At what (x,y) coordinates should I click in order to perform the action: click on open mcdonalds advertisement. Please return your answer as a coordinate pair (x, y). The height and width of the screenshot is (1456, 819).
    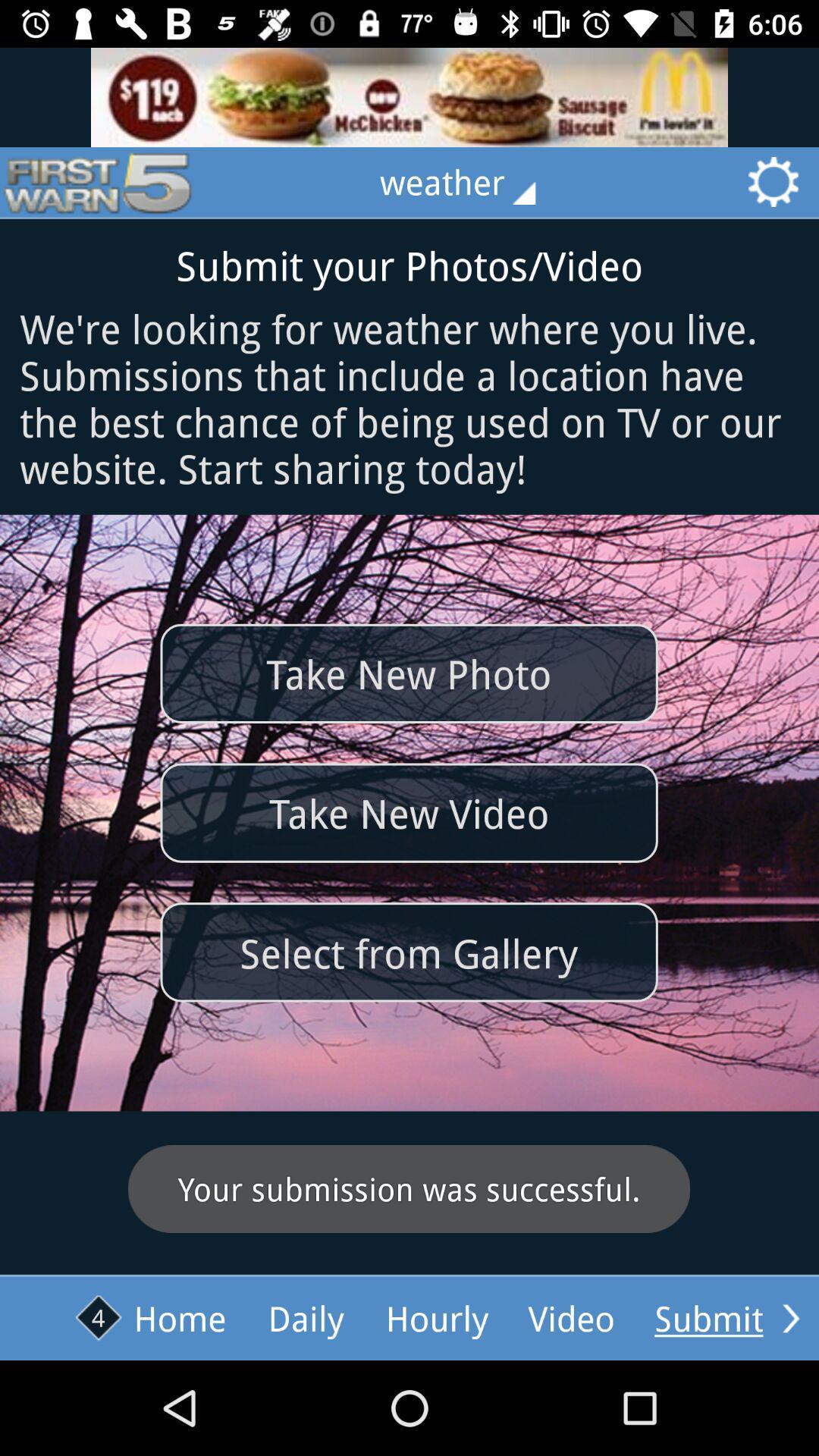
    Looking at the image, I should click on (409, 96).